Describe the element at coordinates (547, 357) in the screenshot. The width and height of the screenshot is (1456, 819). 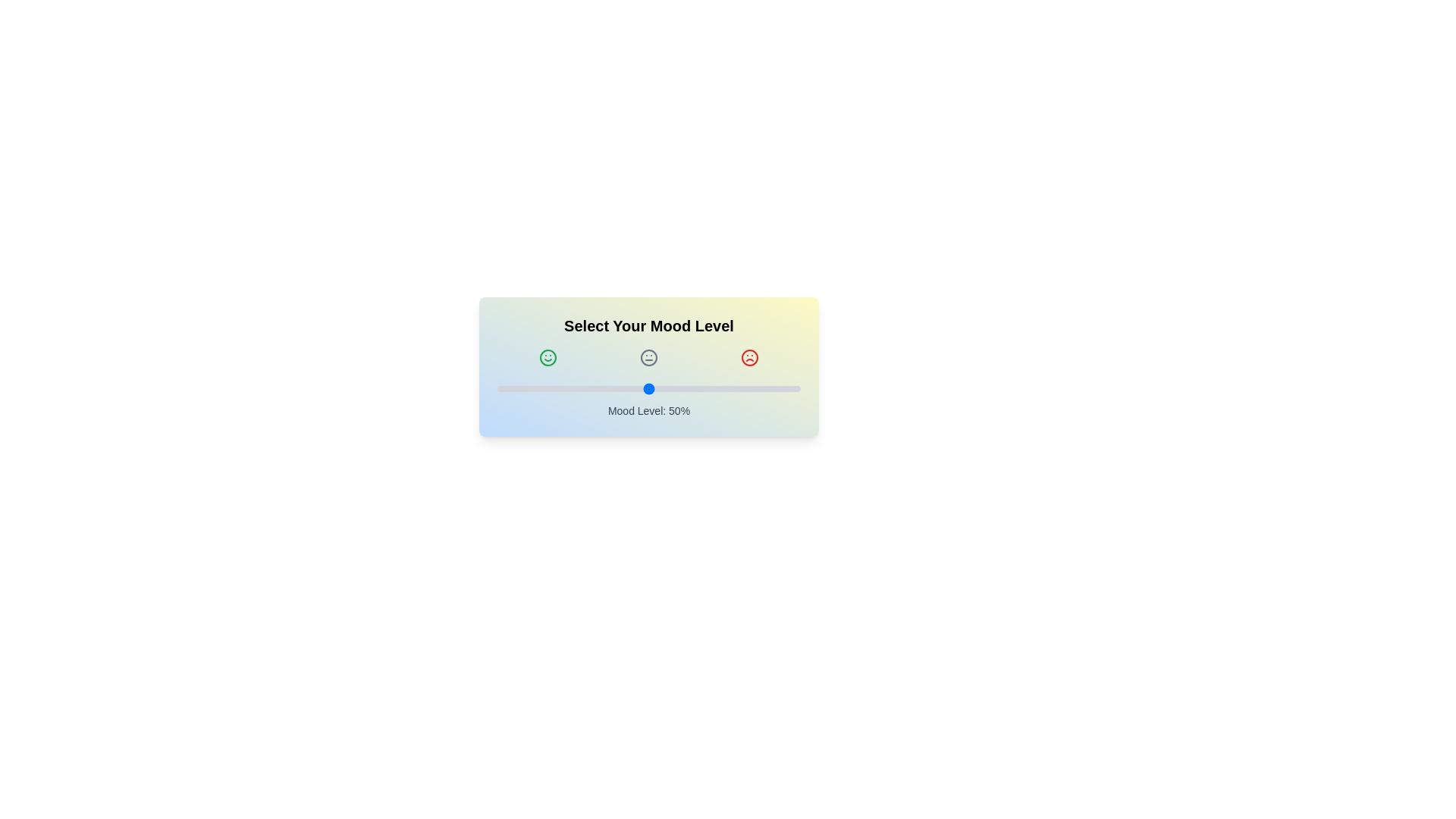
I see `decorative circle representing the smiley face icon for a positive mood in the mood selection interface, located within the panel labeled 'Select Your Mood Level.'` at that location.